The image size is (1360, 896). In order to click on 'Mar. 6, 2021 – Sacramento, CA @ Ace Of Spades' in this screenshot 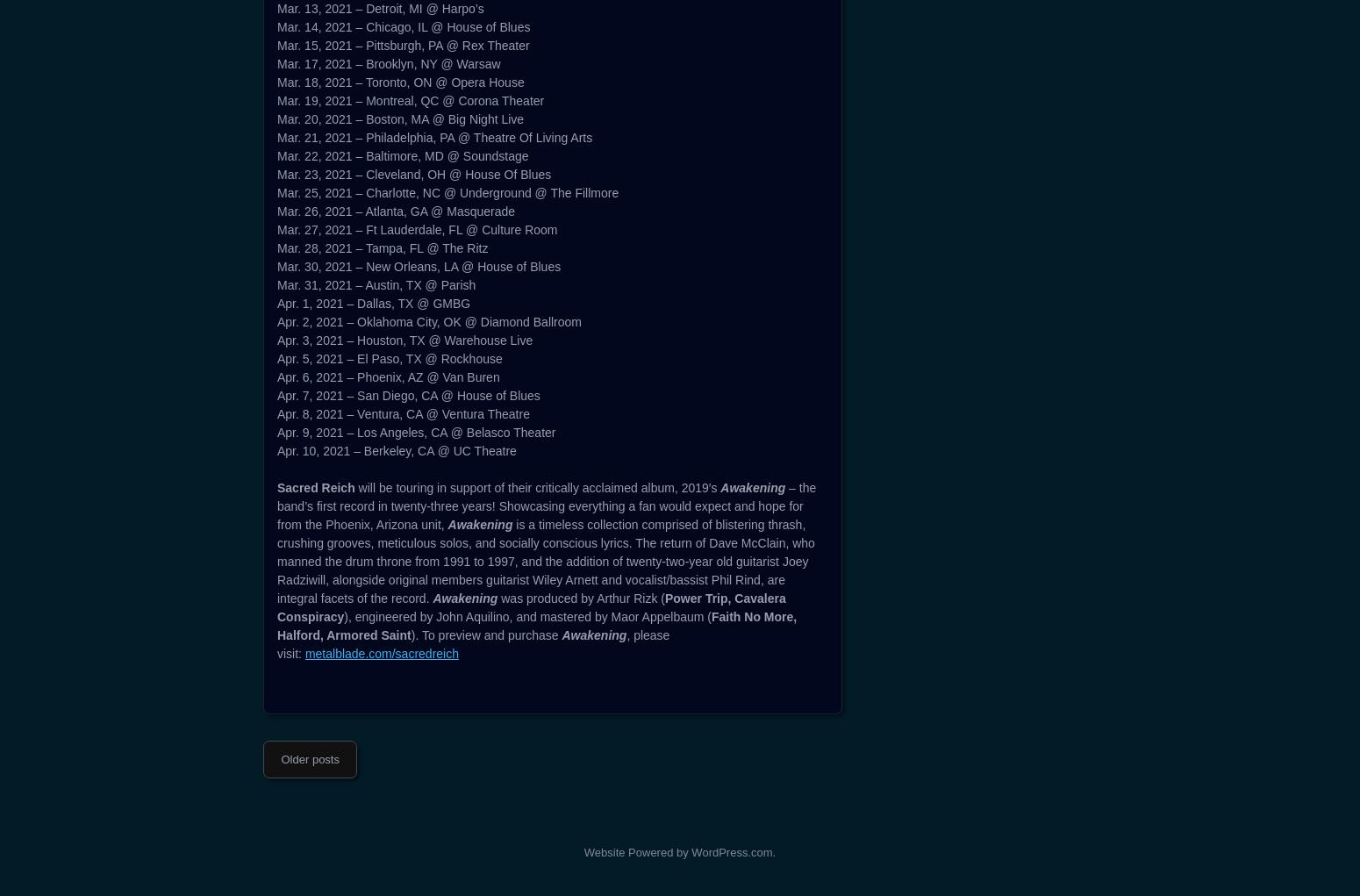, I will do `click(412, 408)`.